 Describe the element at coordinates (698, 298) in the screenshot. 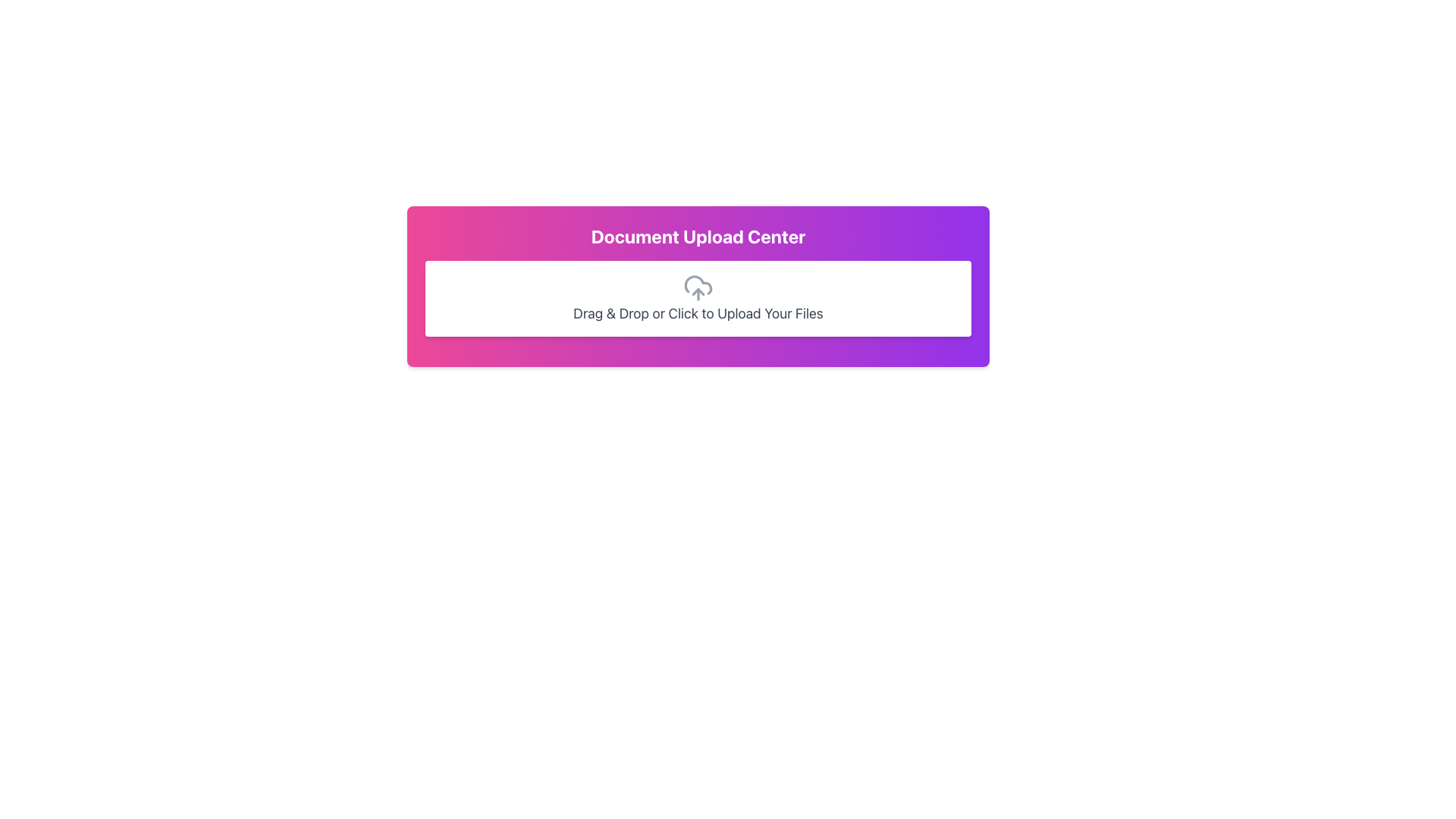

I see `files over the File Upload Area located in the 'Document Upload Center' below the title text for uploading documents` at that location.